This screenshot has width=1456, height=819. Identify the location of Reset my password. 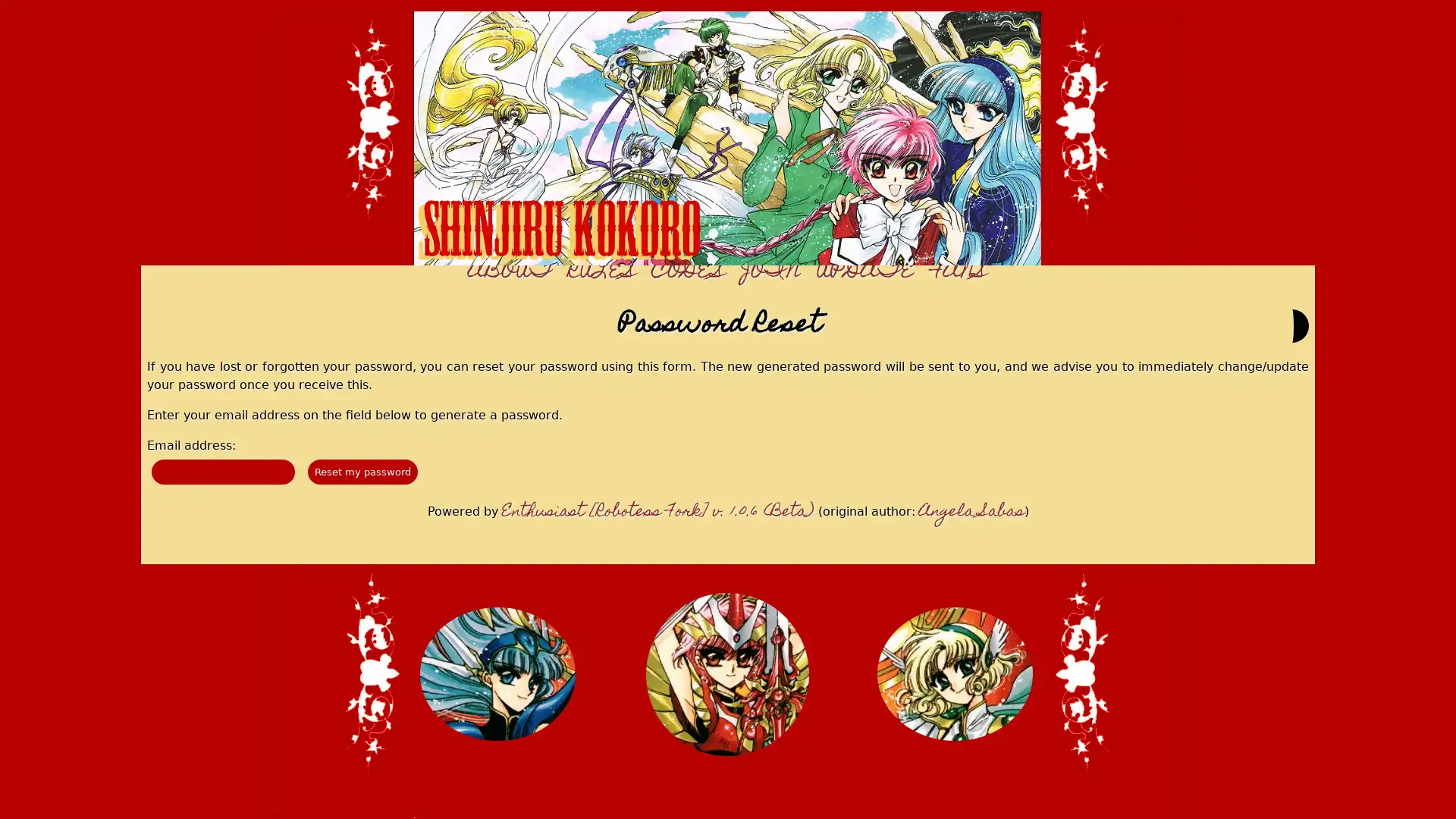
(362, 471).